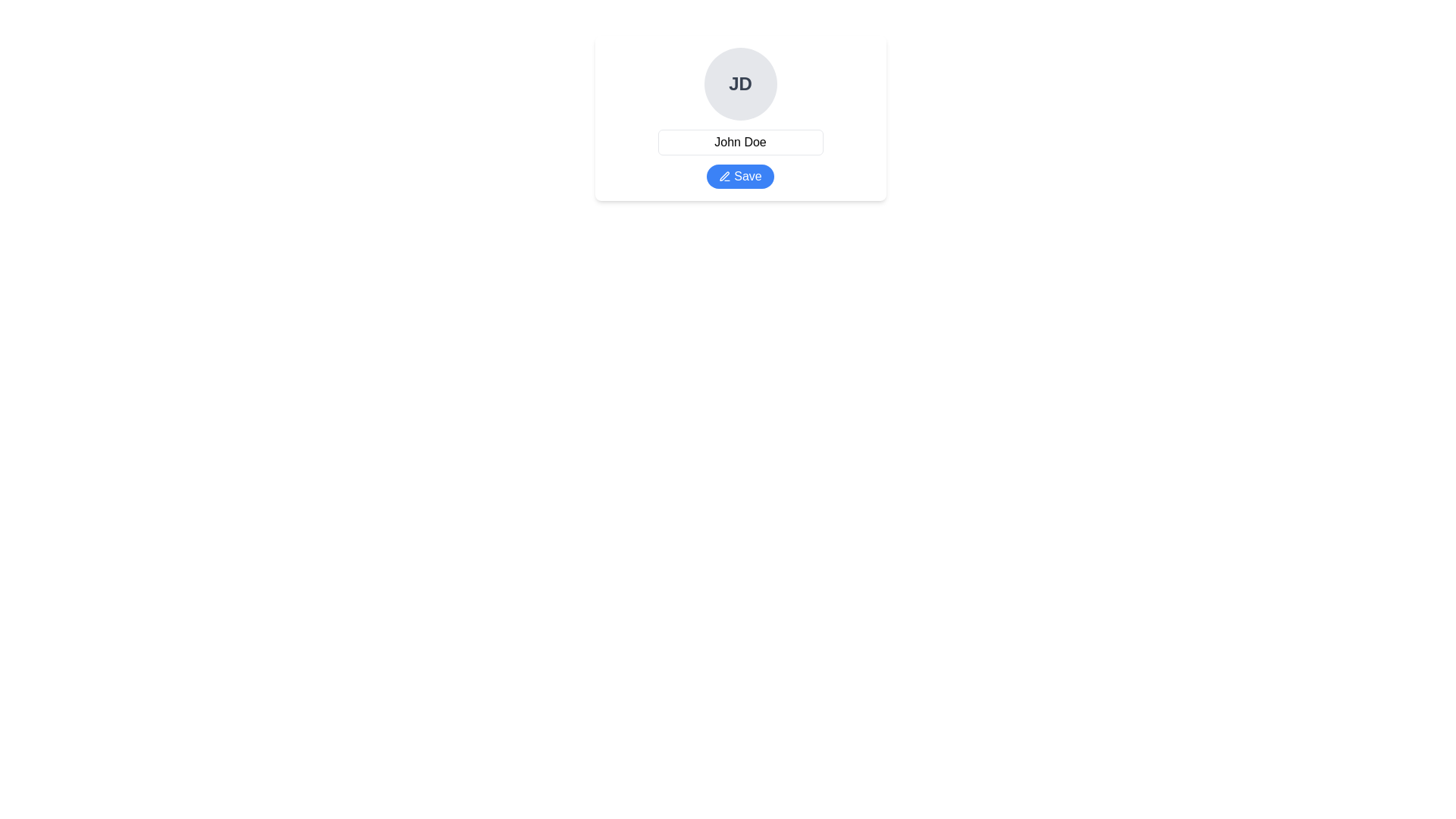  What do you see at coordinates (740, 175) in the screenshot?
I see `the blue 'Save' button with a pen icon located below the profile image and name in the center of the interface` at bounding box center [740, 175].